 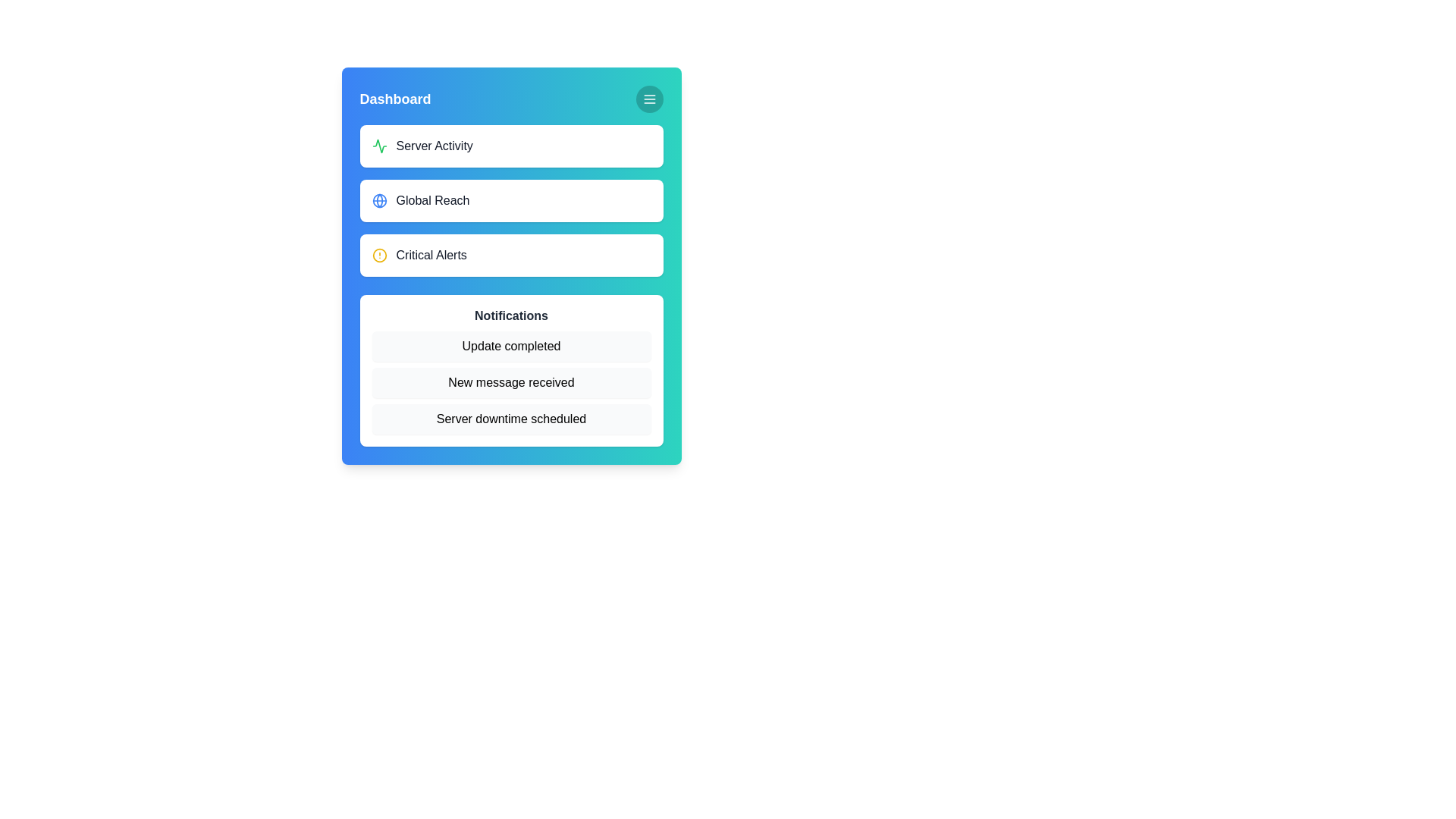 I want to click on the green activity waveform icon located to the left of the text 'Server Activity' in the first item of the vertical list on the 'Dashboard' card, so click(x=379, y=146).